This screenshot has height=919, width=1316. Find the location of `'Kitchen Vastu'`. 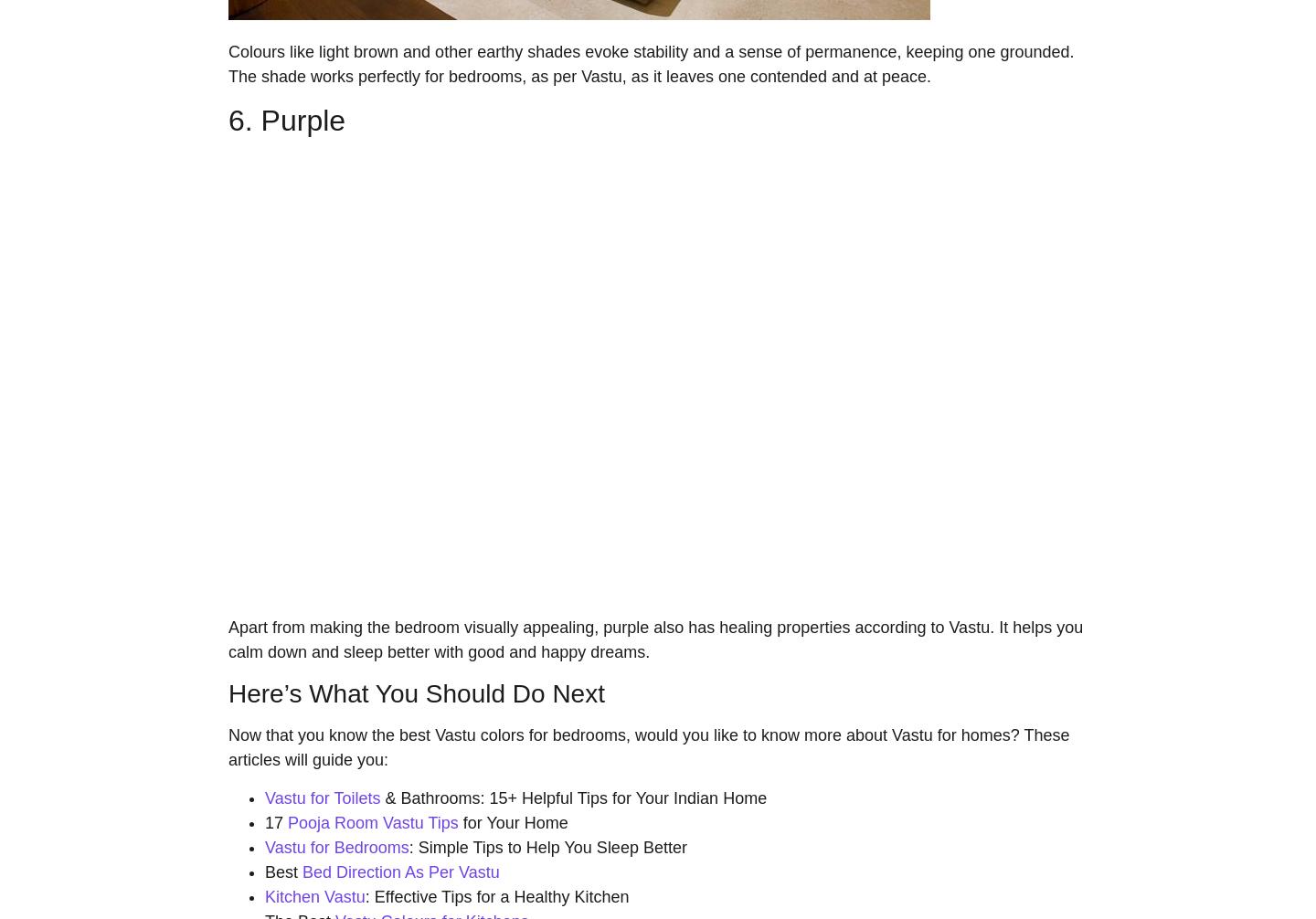

'Kitchen Vastu' is located at coordinates (264, 894).